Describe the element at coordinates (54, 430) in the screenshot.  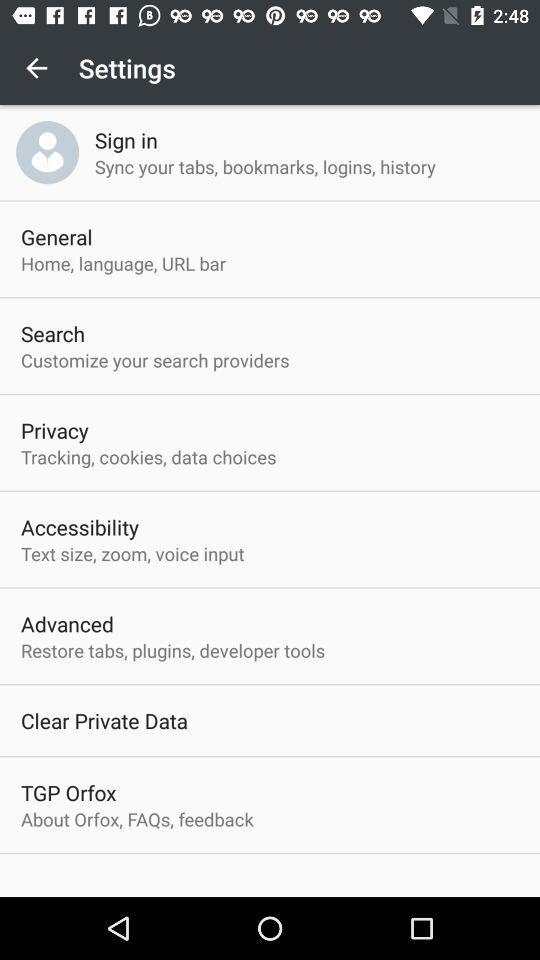
I see `privacy app` at that location.